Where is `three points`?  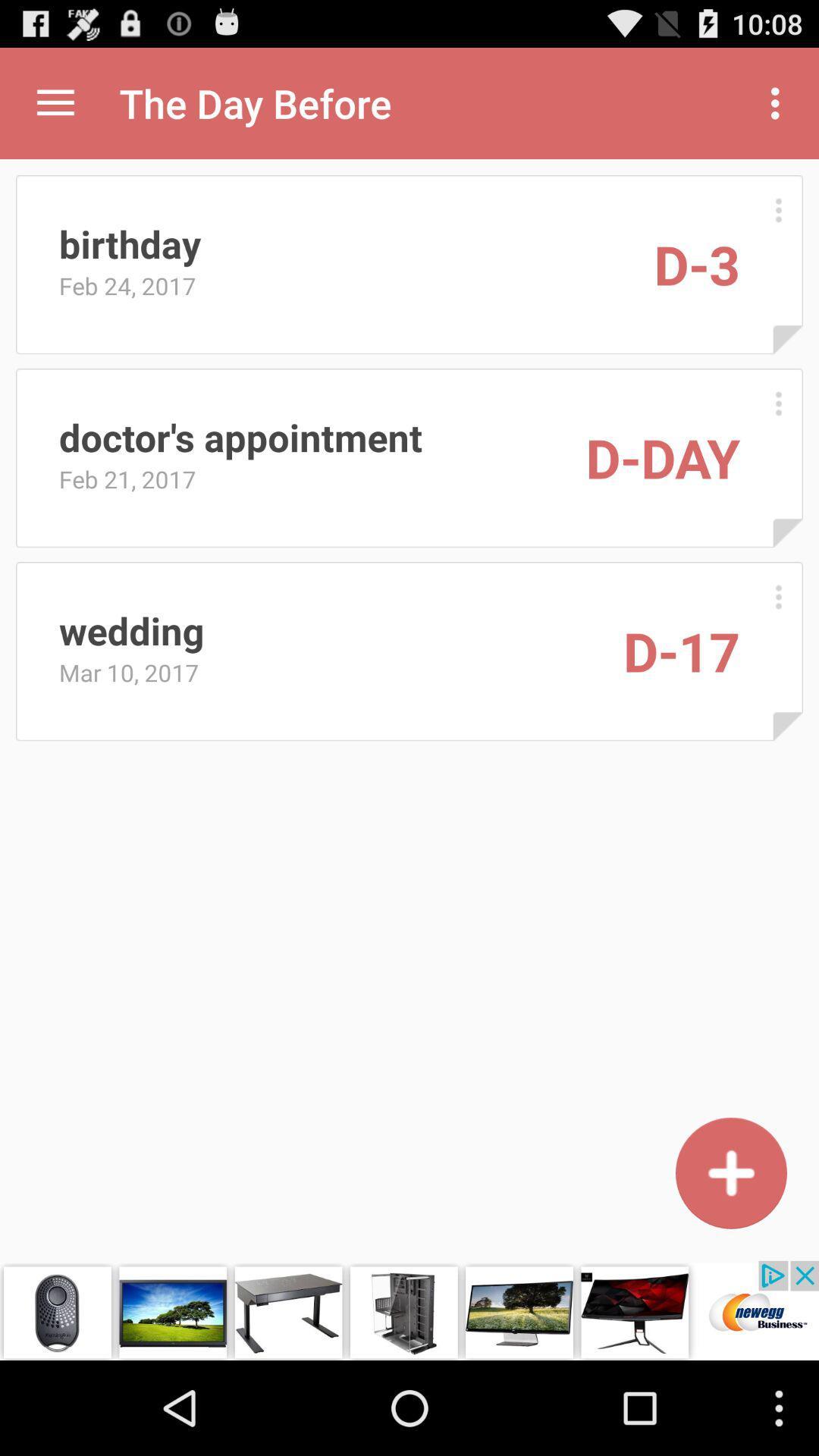 three points is located at coordinates (778, 403).